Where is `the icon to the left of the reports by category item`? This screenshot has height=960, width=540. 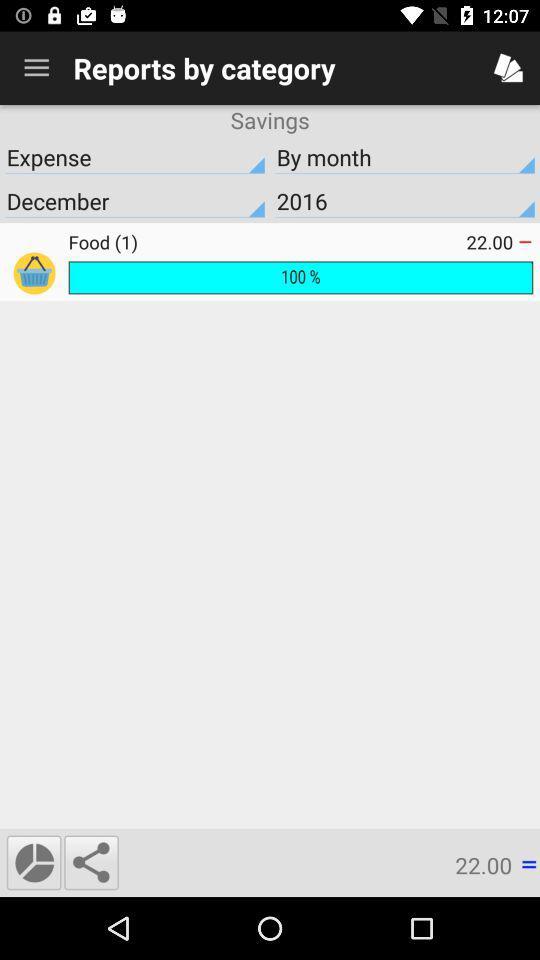
the icon to the left of the reports by category item is located at coordinates (36, 68).